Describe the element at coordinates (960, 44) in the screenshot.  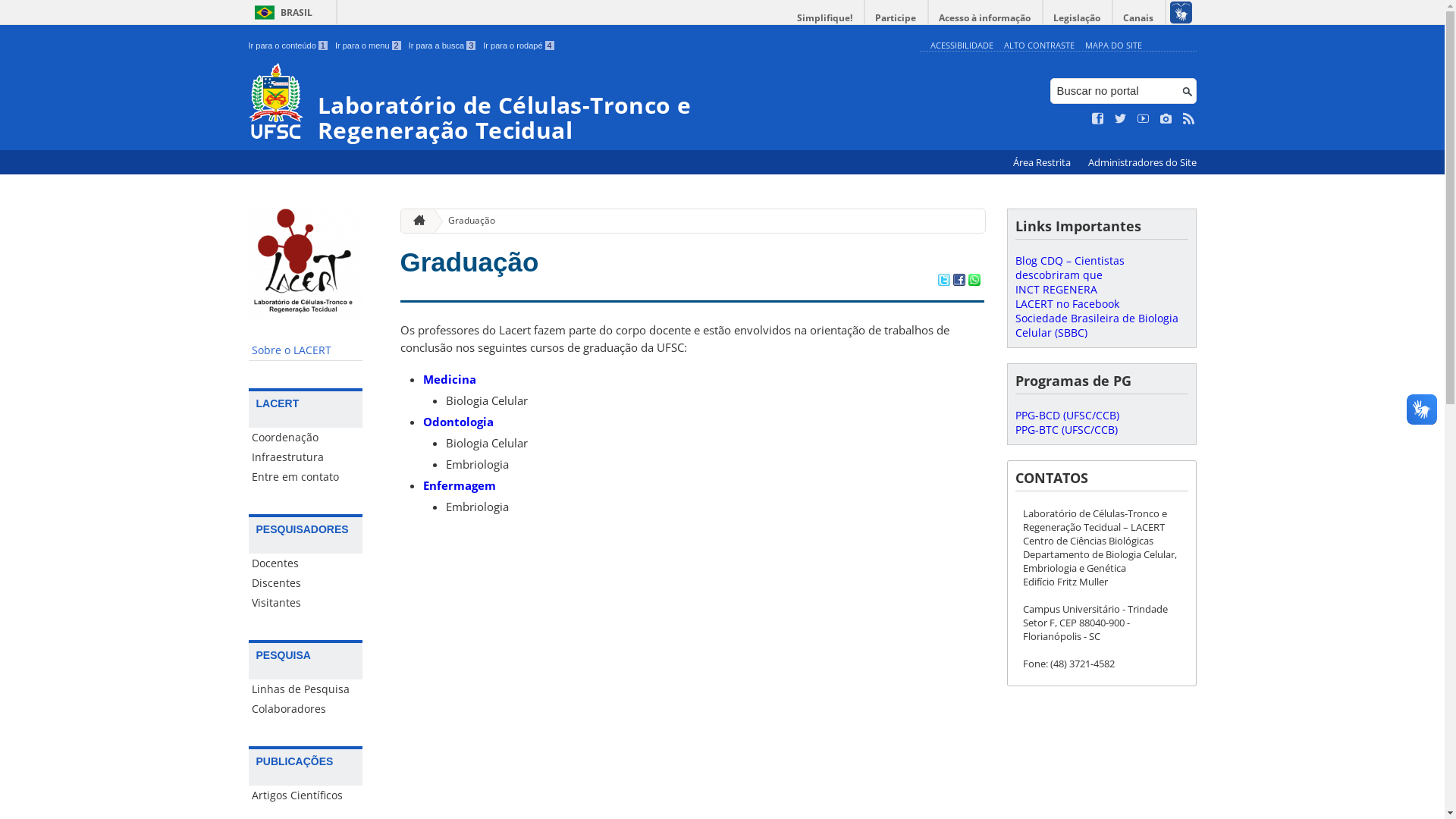
I see `'ACESSIBILIDADE'` at that location.